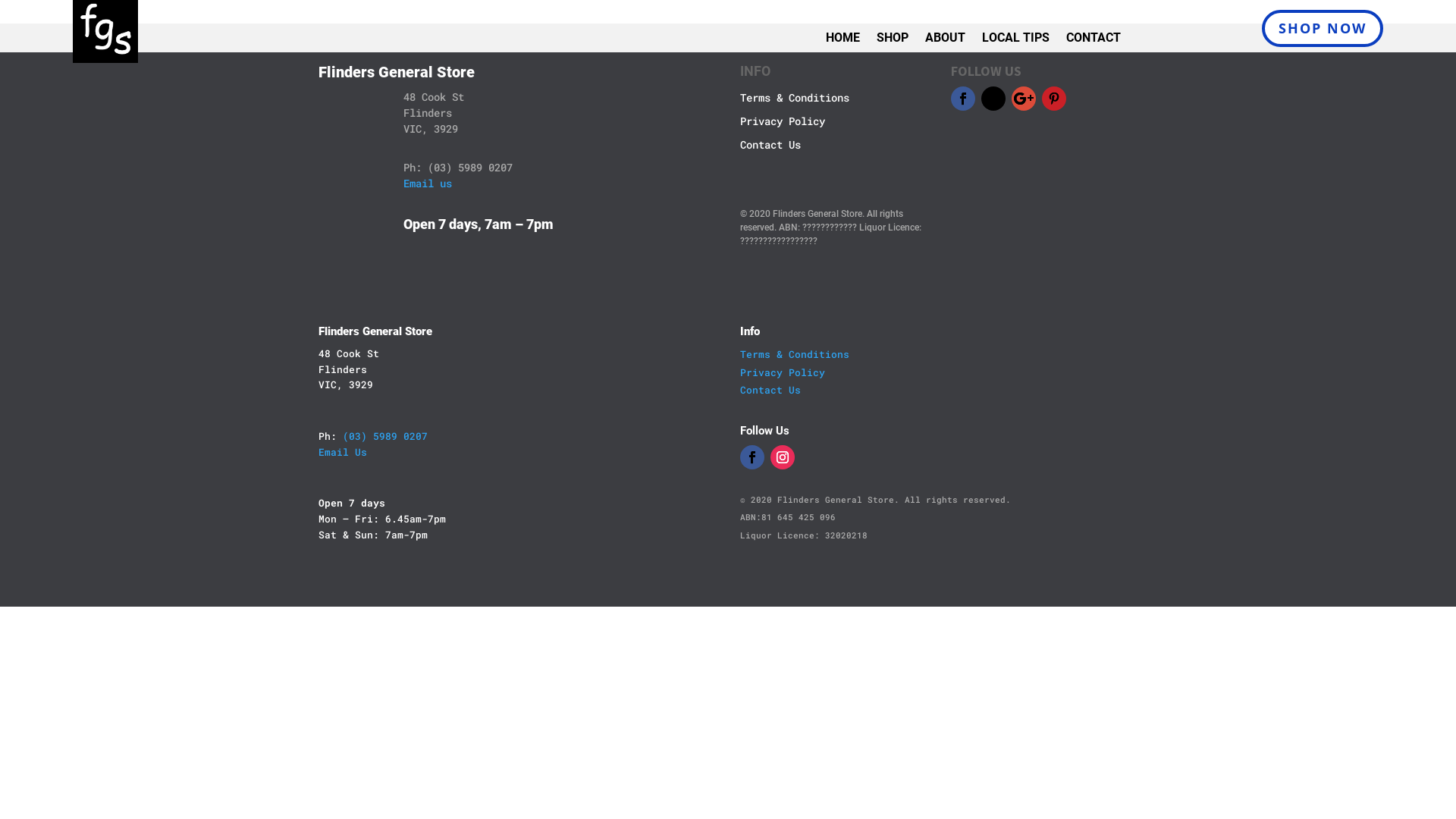 The width and height of the screenshot is (1456, 819). Describe the element at coordinates (341, 435) in the screenshot. I see `'(03) 5989 0207'` at that location.